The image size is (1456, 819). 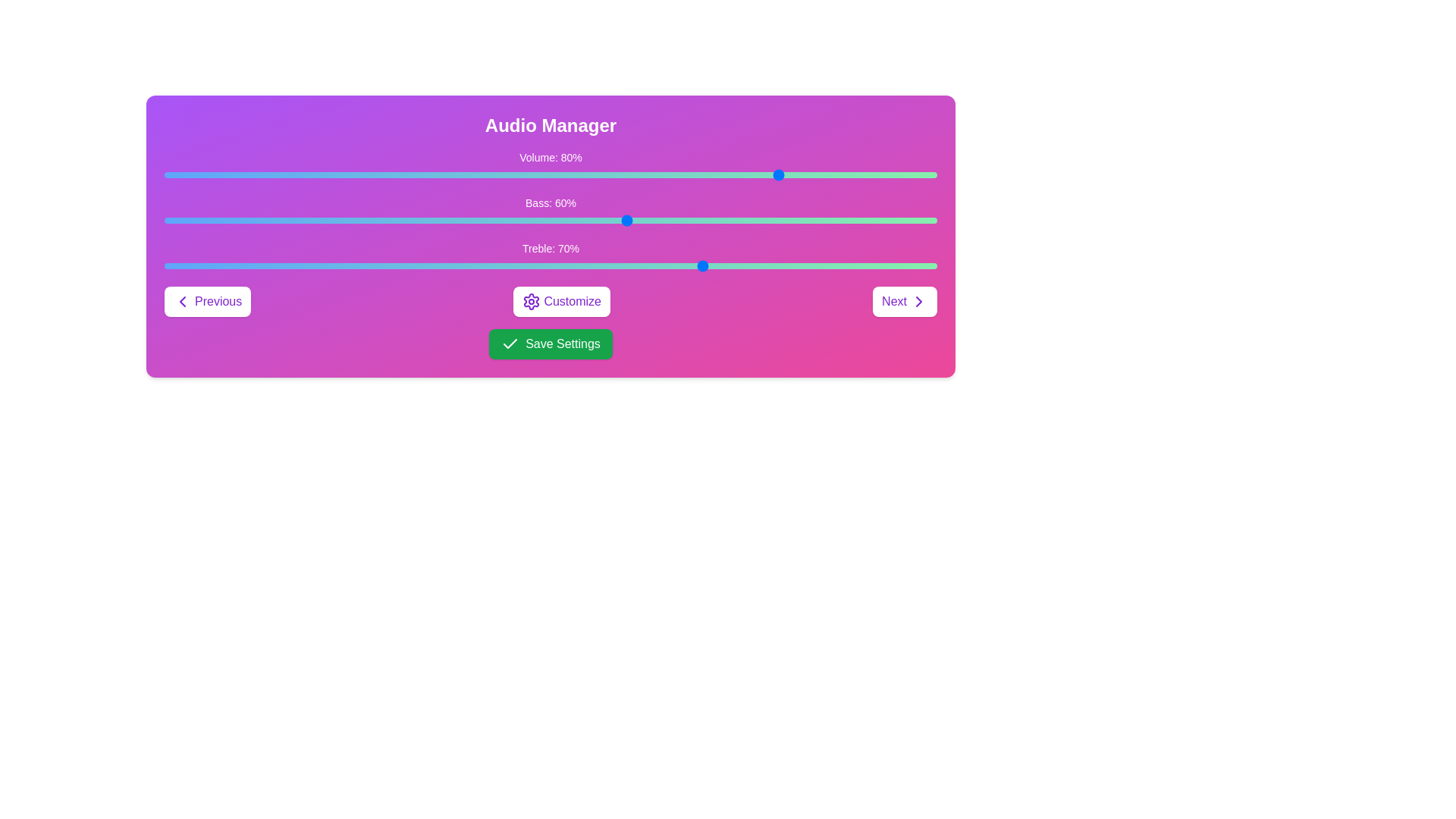 What do you see at coordinates (341, 220) in the screenshot?
I see `bass level` at bounding box center [341, 220].